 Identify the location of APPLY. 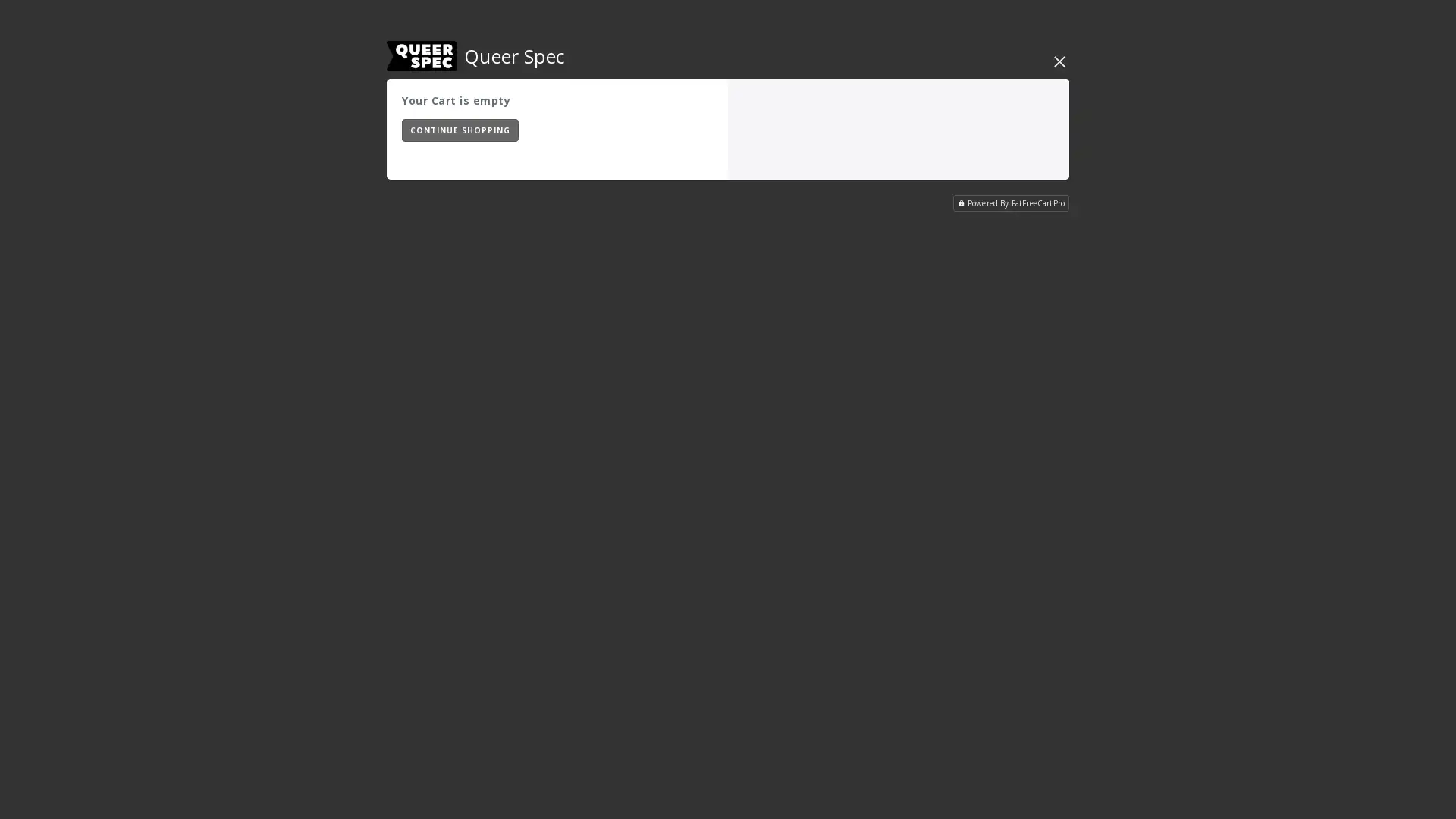
(673, 128).